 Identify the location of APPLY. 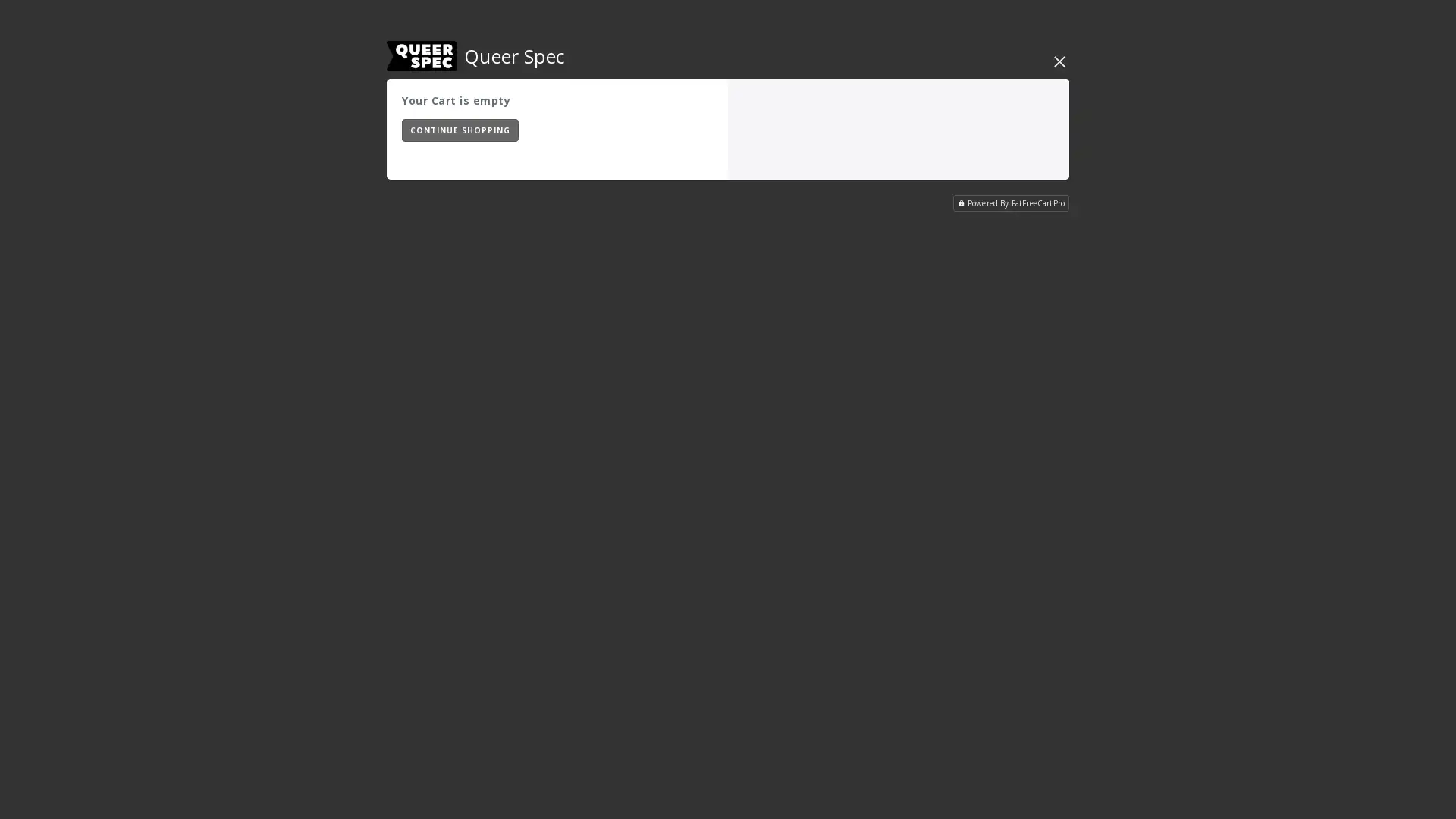
(673, 128).